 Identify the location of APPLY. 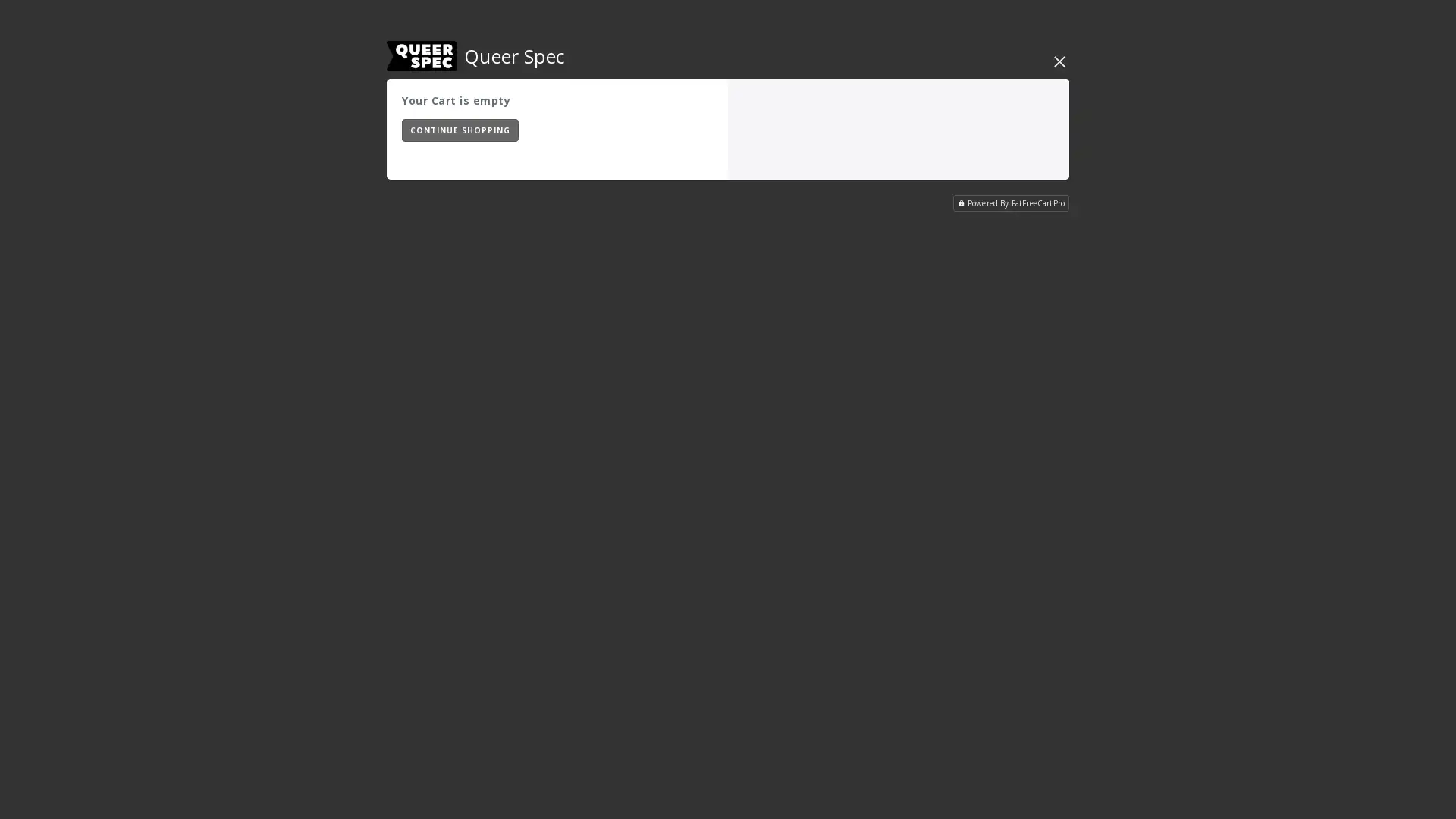
(673, 128).